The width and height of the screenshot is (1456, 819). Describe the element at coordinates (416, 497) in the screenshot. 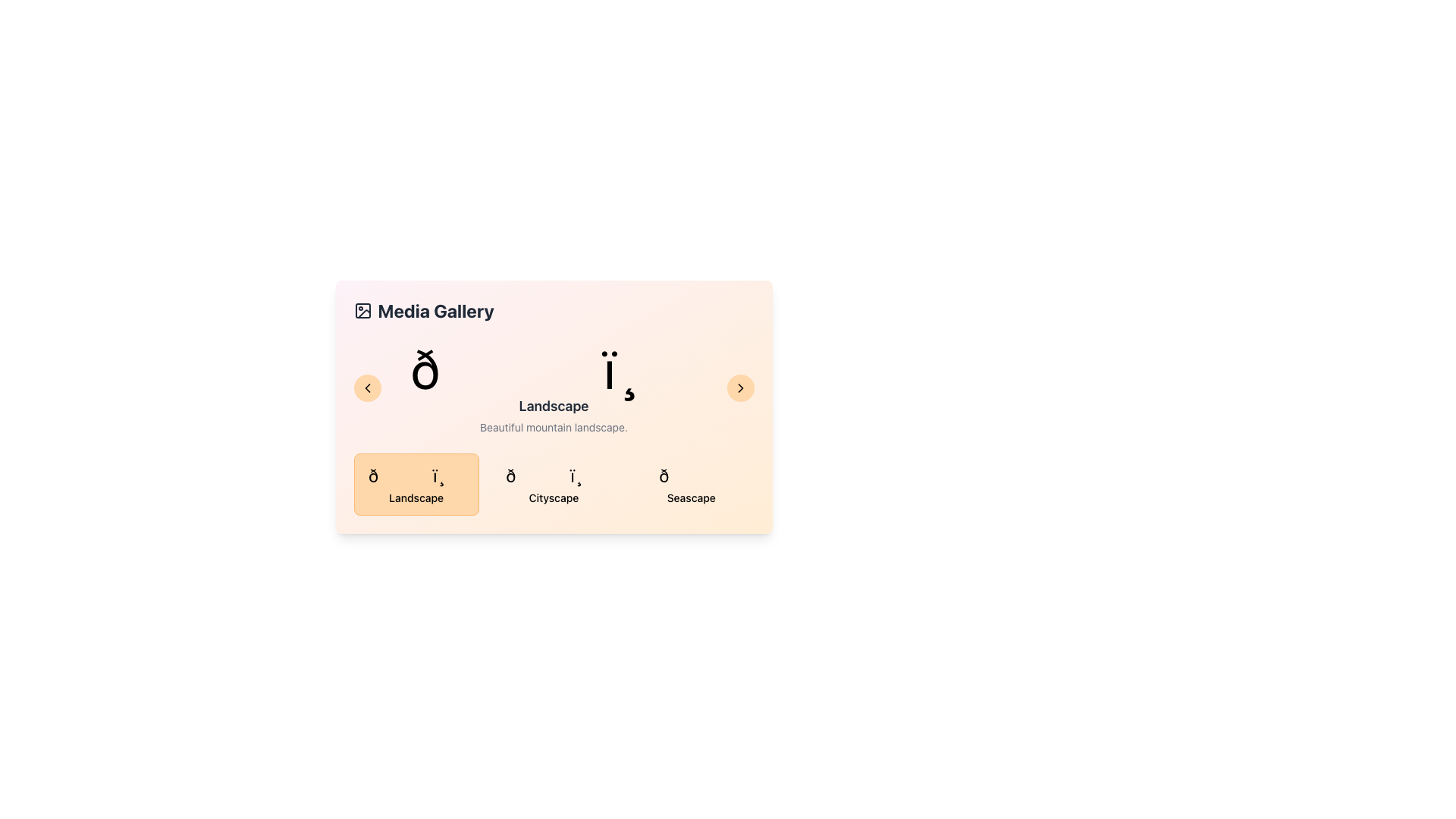

I see `the first button in the horizontal row of buttons in the 'Media Gallery' interface, which is identified by the text label in the lower half of the button` at that location.